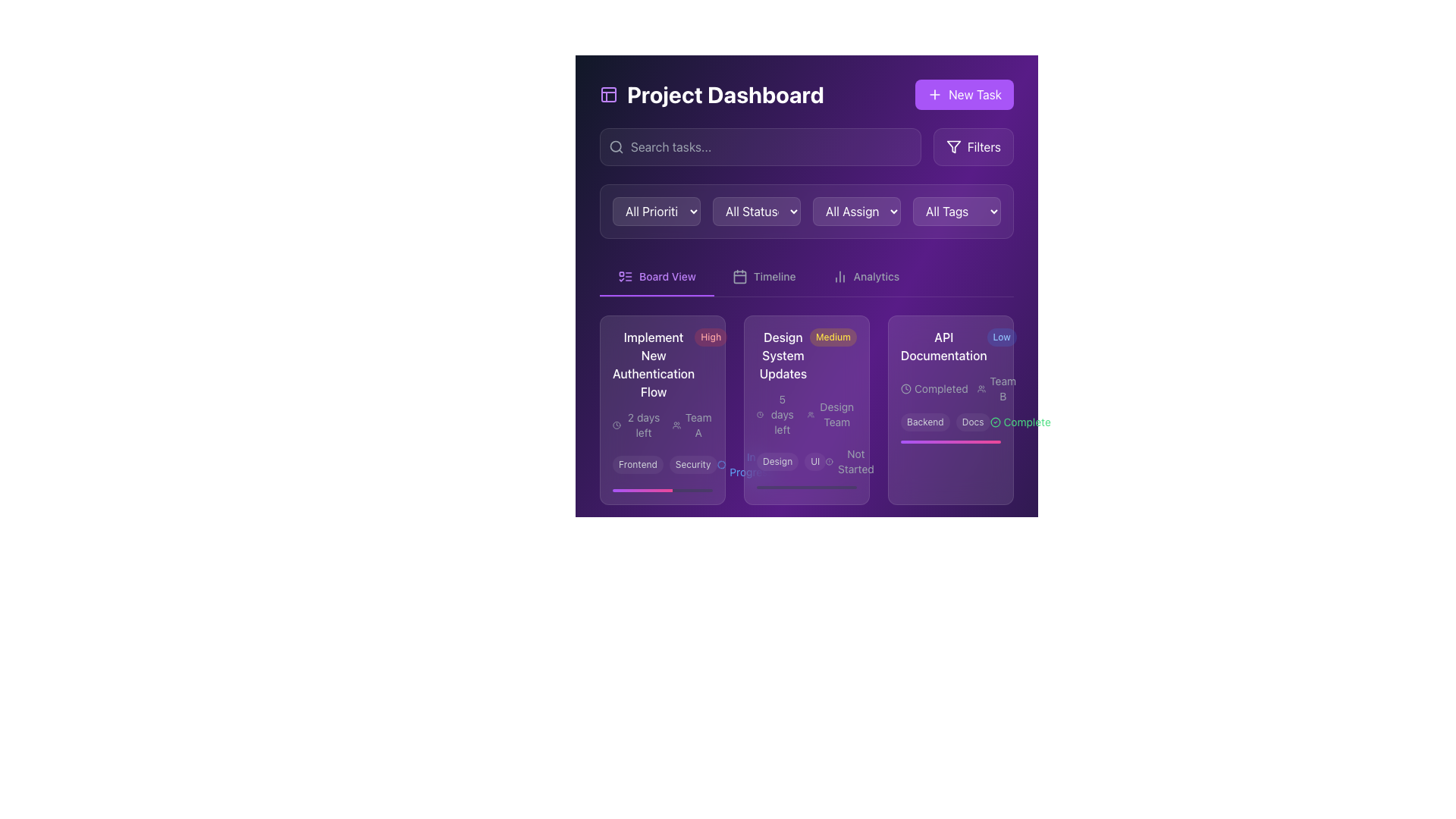  I want to click on the tag-like component labeled 'Low', which is styled with a small rounded rectangle and is positioned on a semi-transparent blue background, so click(1002, 336).